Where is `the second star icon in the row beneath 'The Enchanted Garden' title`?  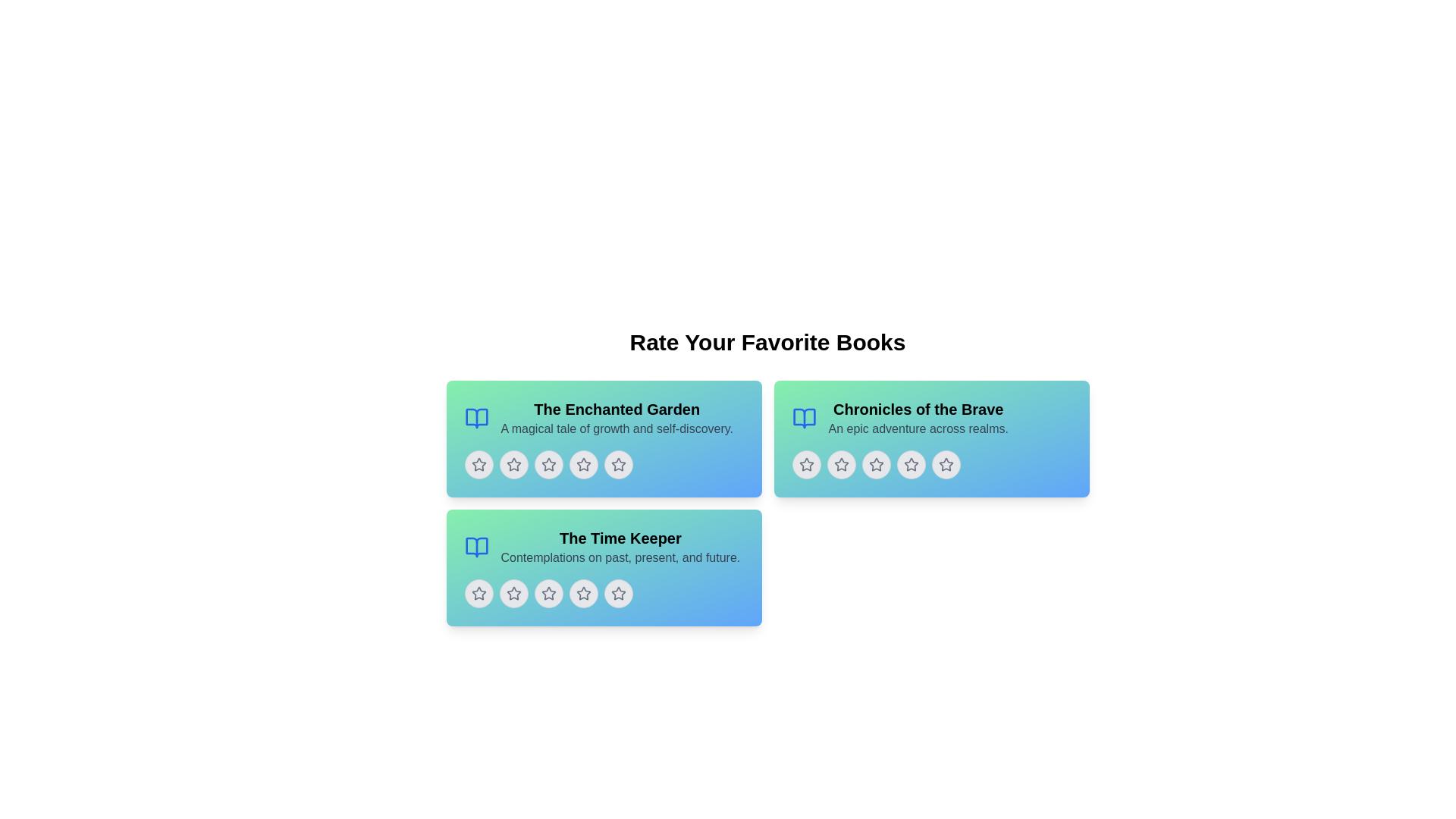 the second star icon in the row beneath 'The Enchanted Garden' title is located at coordinates (548, 463).